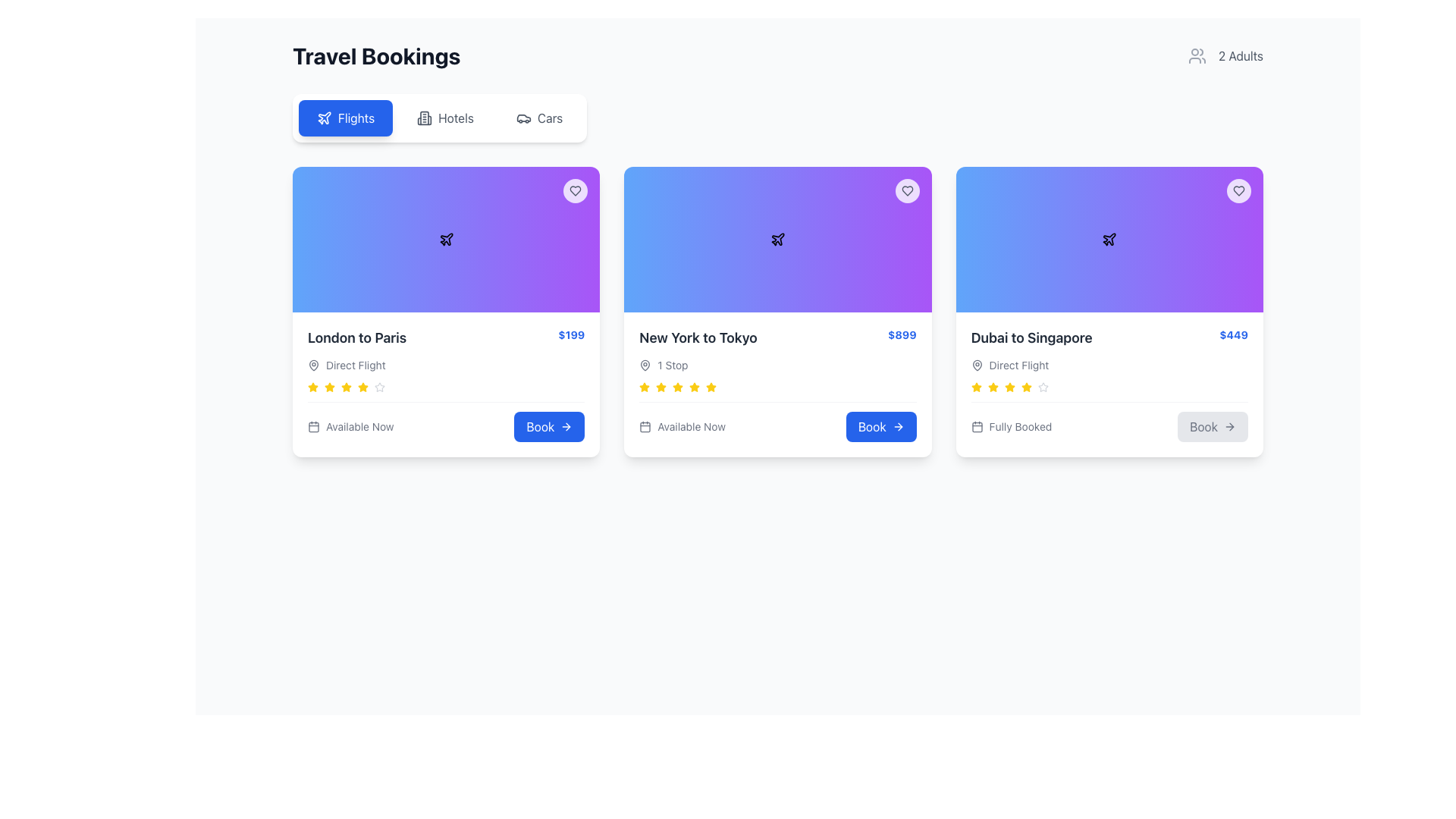  I want to click on the inactive booking button located at the bottom-right of the 'Dubai to Singapore' travel card, which is the only interactive item near the 'Fully Booked' status text, so click(1212, 427).